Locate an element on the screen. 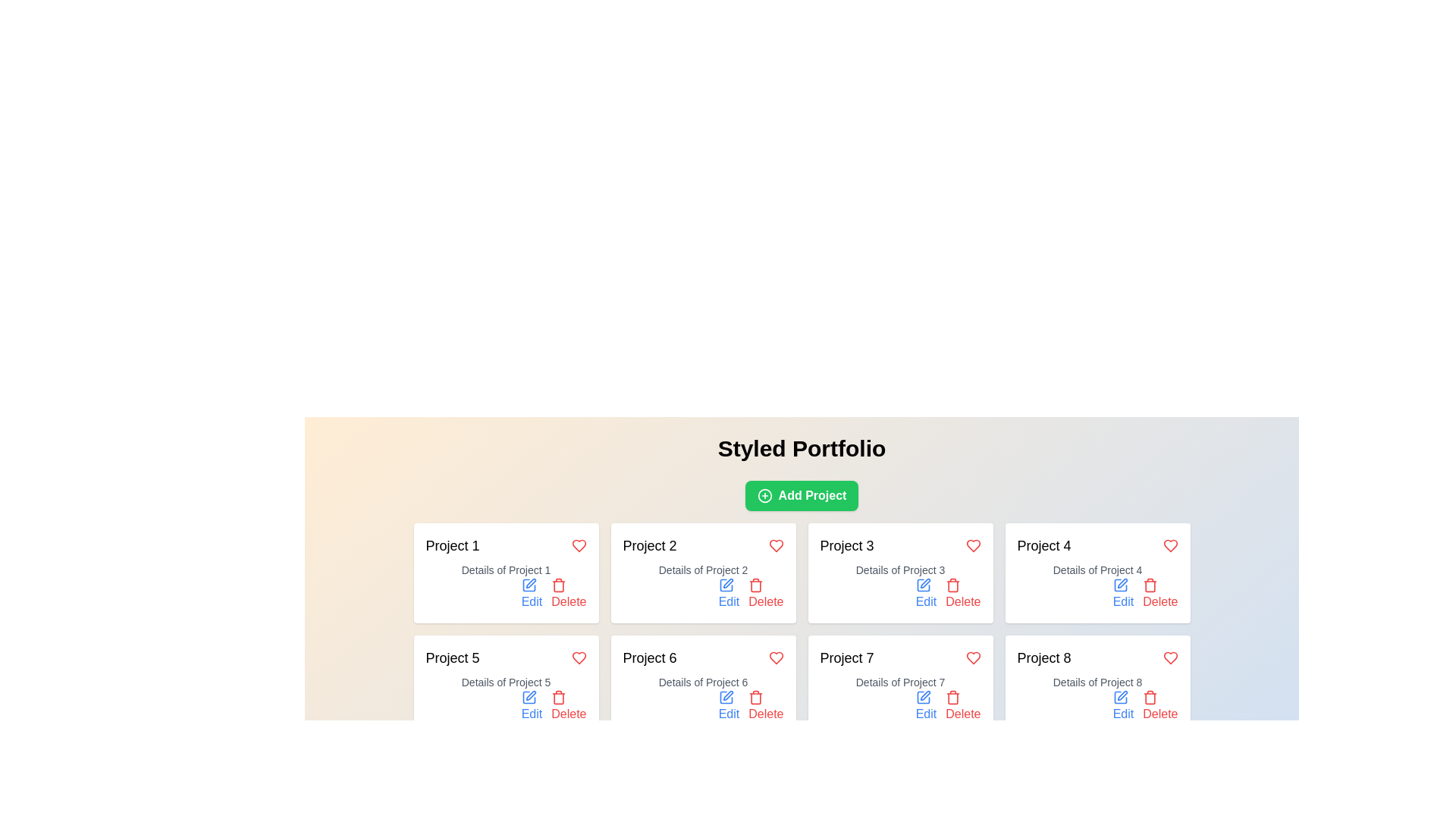 The width and height of the screenshot is (1456, 819). the text label displaying 'Details of Project 2', which is located below the heading 'Project 2' in the second card of the first row is located at coordinates (702, 570).